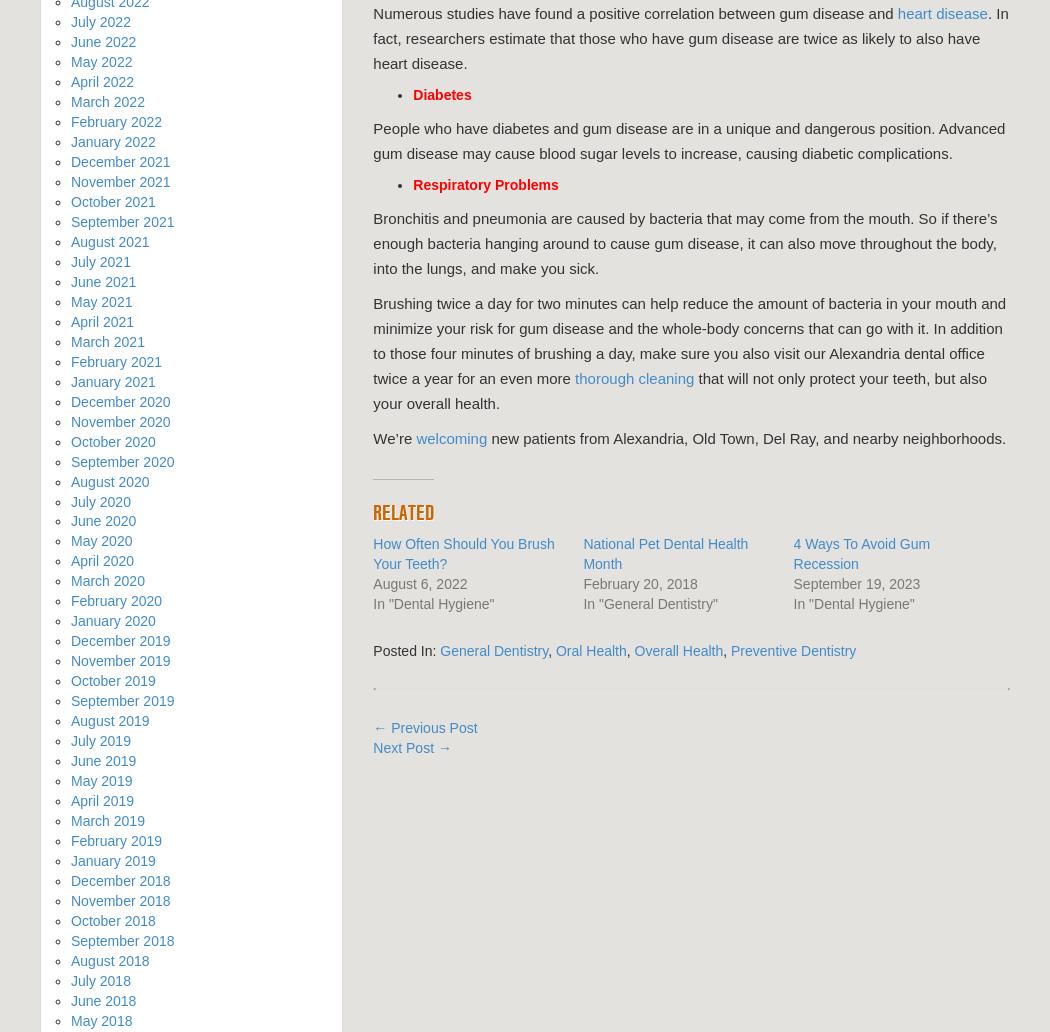 Image resolution: width=1050 pixels, height=1032 pixels. I want to click on 'We’re', so click(394, 437).